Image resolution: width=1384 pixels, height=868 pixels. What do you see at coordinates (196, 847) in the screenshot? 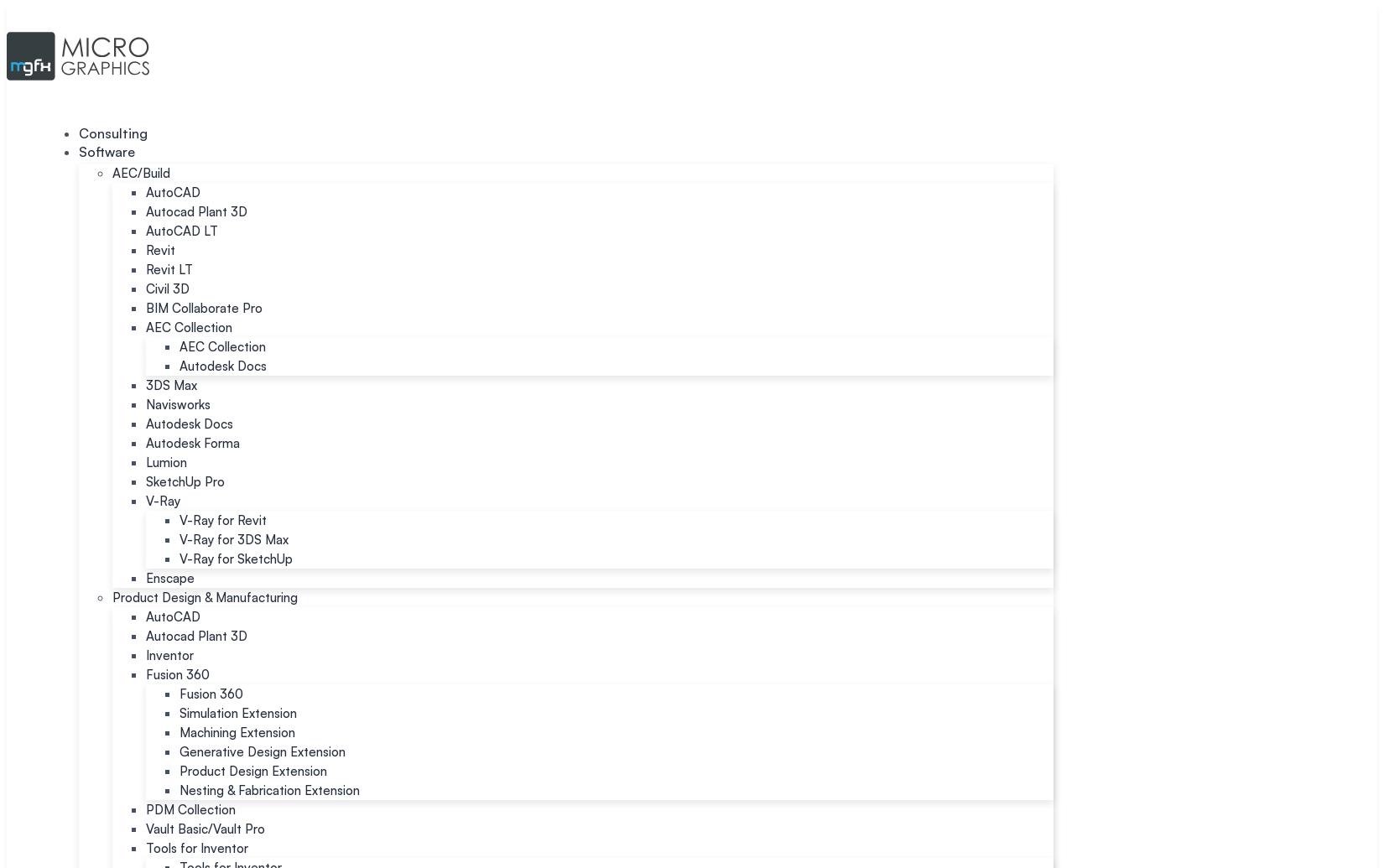
I see `'Tools for Inventor'` at bounding box center [196, 847].